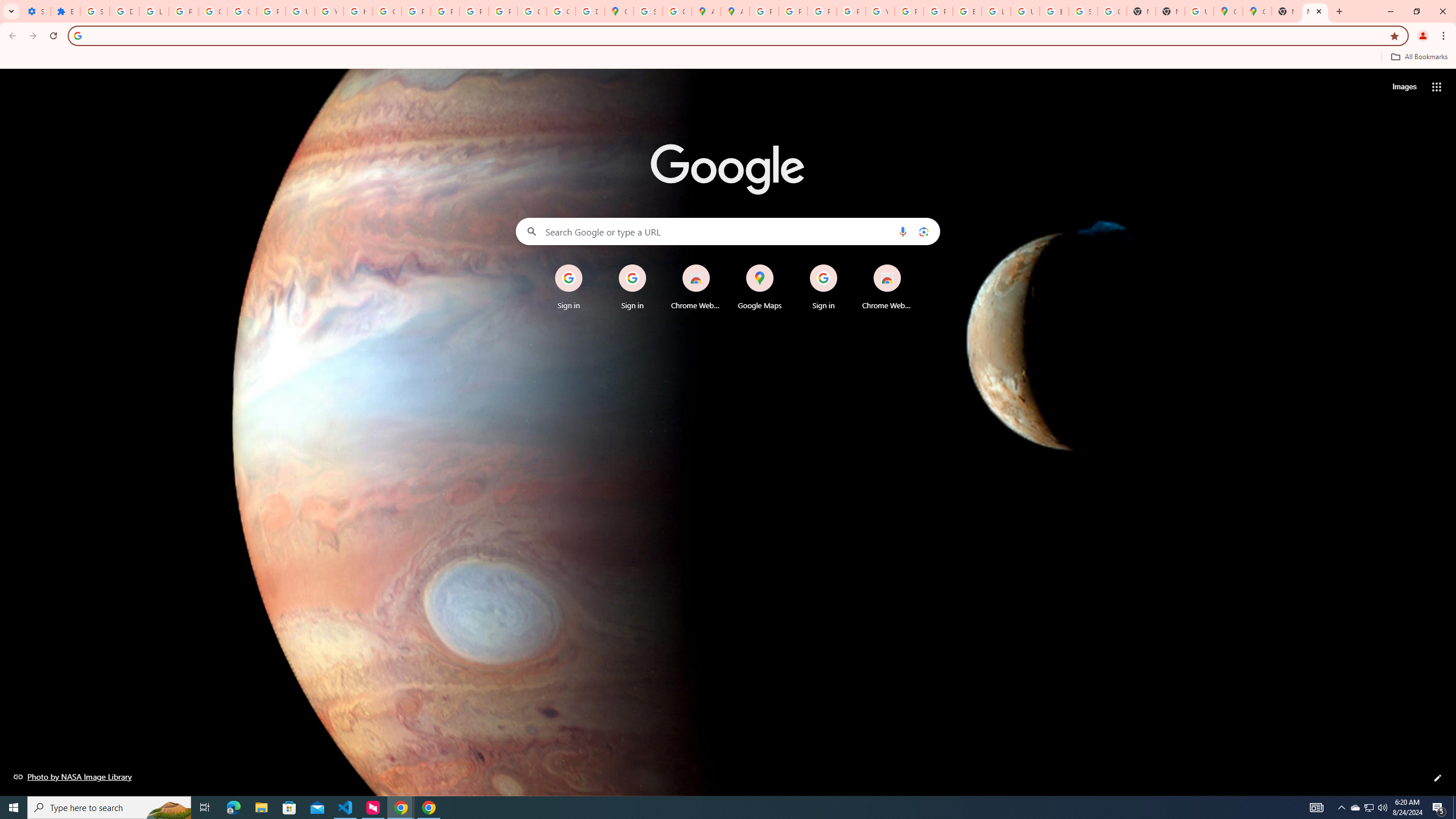 The height and width of the screenshot is (819, 1456). Describe the element at coordinates (887, 287) in the screenshot. I see `'Chrome Web Store'` at that location.